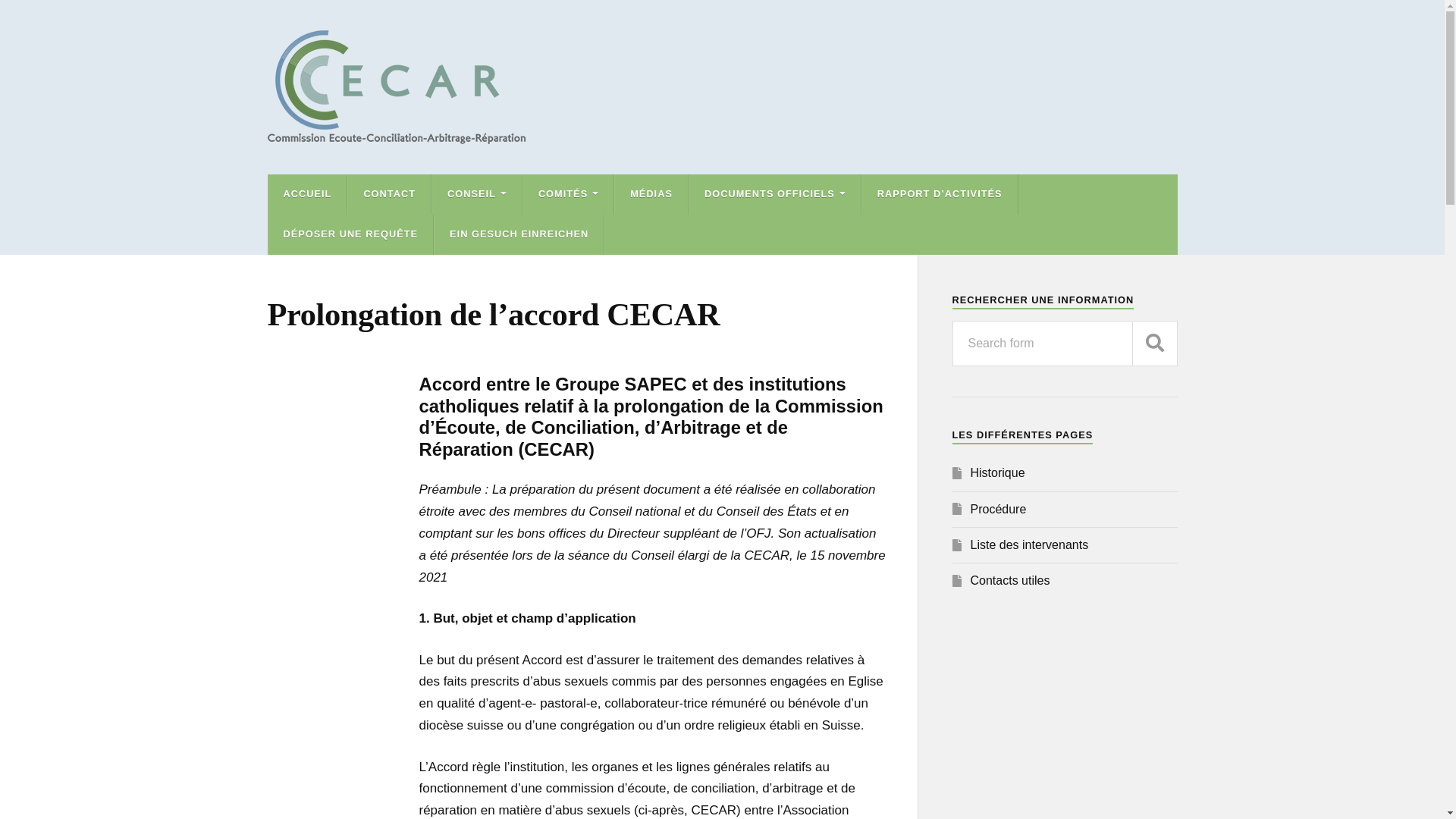  I want to click on 'ACCUEIL', so click(307, 193).